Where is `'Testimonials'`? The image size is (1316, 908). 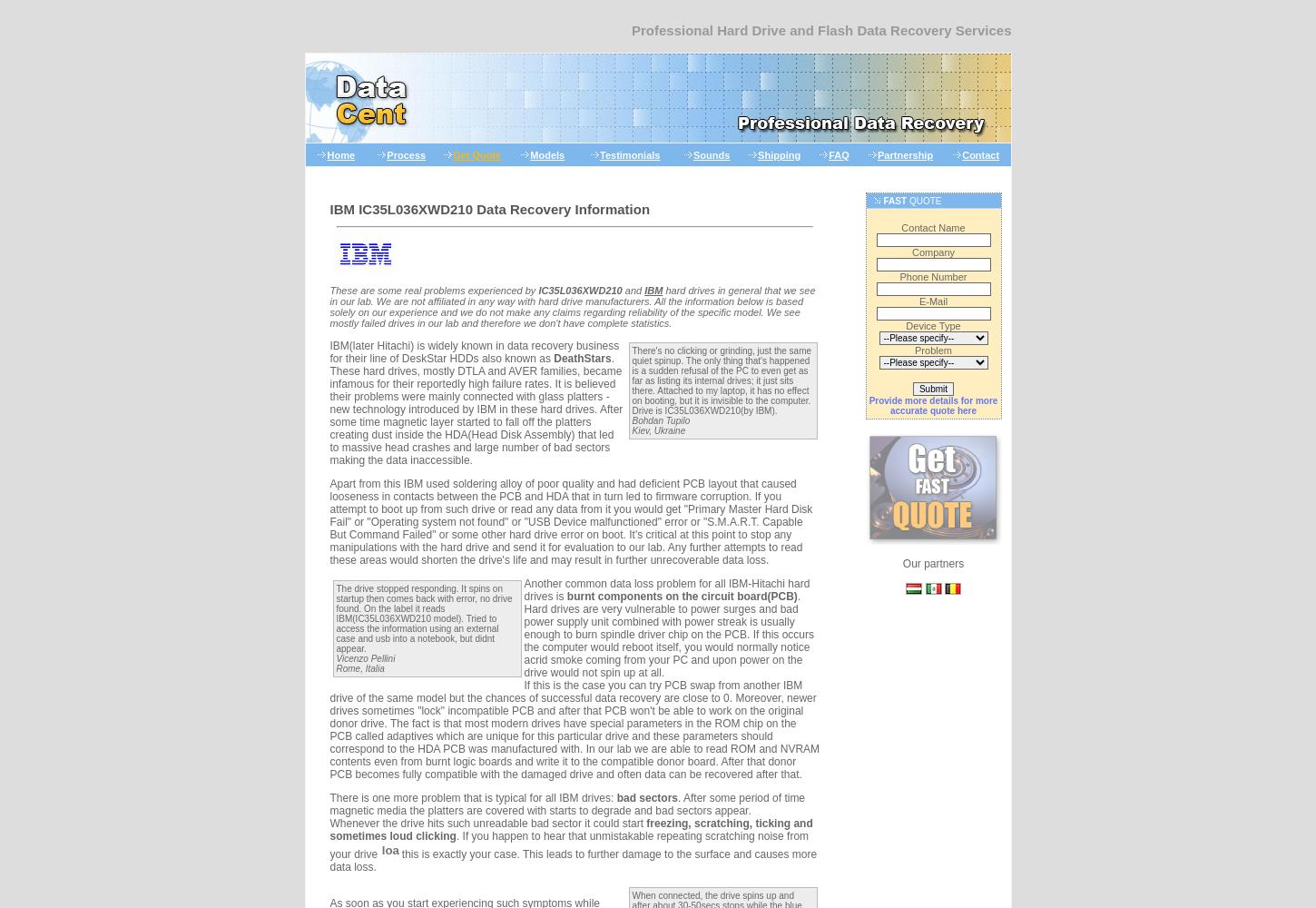 'Testimonials' is located at coordinates (628, 154).